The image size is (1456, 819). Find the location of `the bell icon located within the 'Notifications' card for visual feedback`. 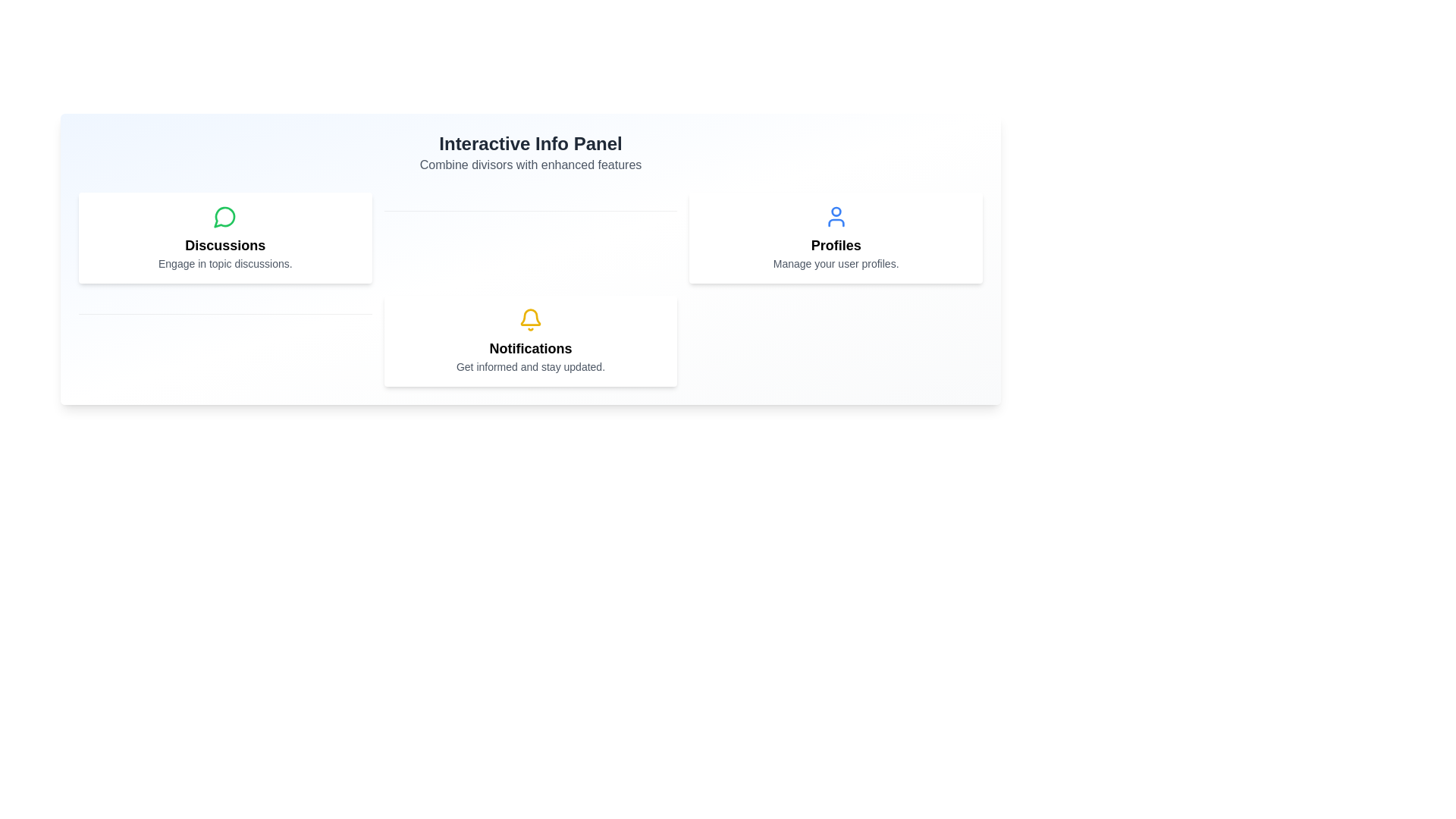

the bell icon located within the 'Notifications' card for visual feedback is located at coordinates (531, 318).